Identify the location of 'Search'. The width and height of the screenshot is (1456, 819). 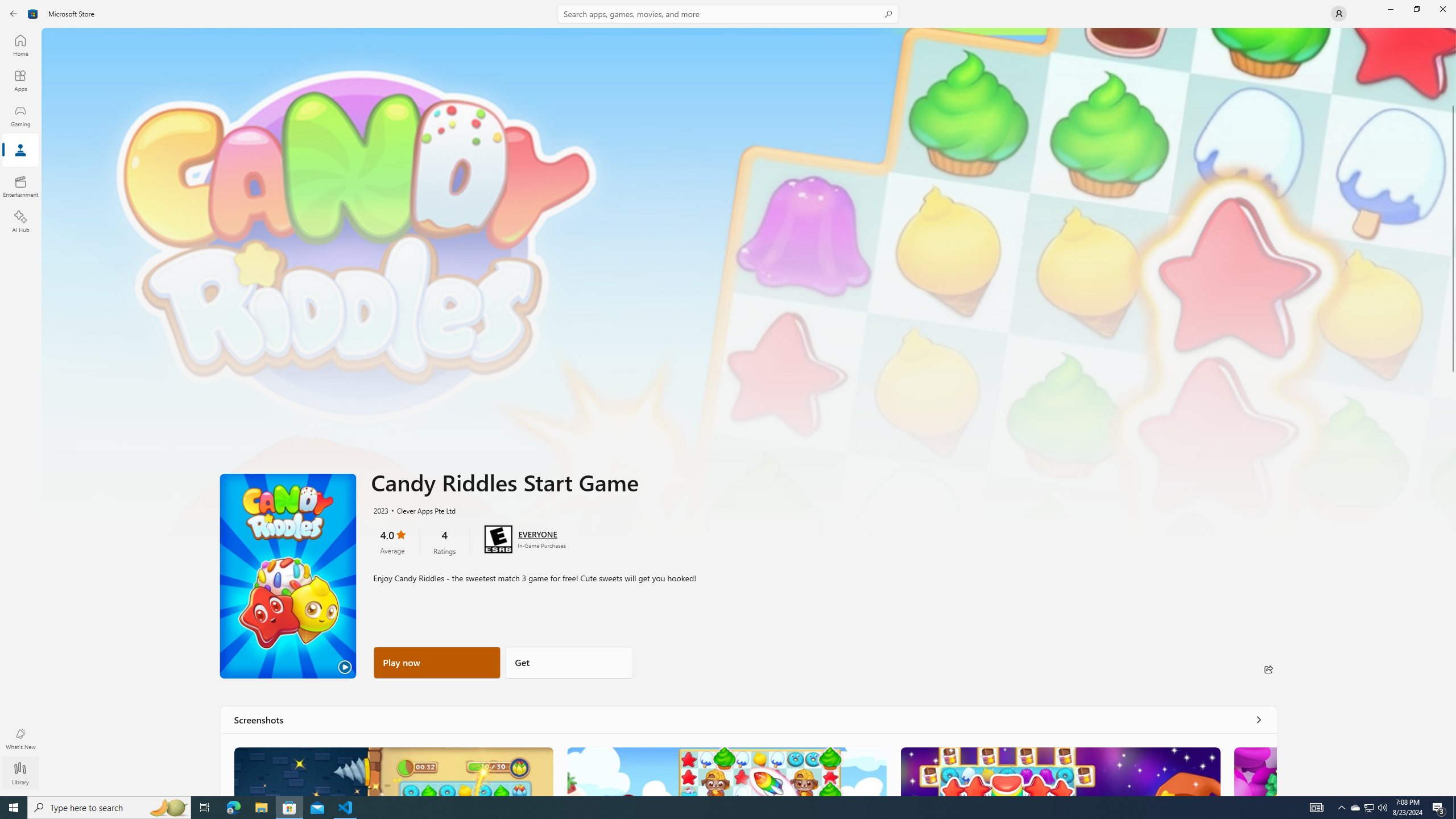
(728, 13).